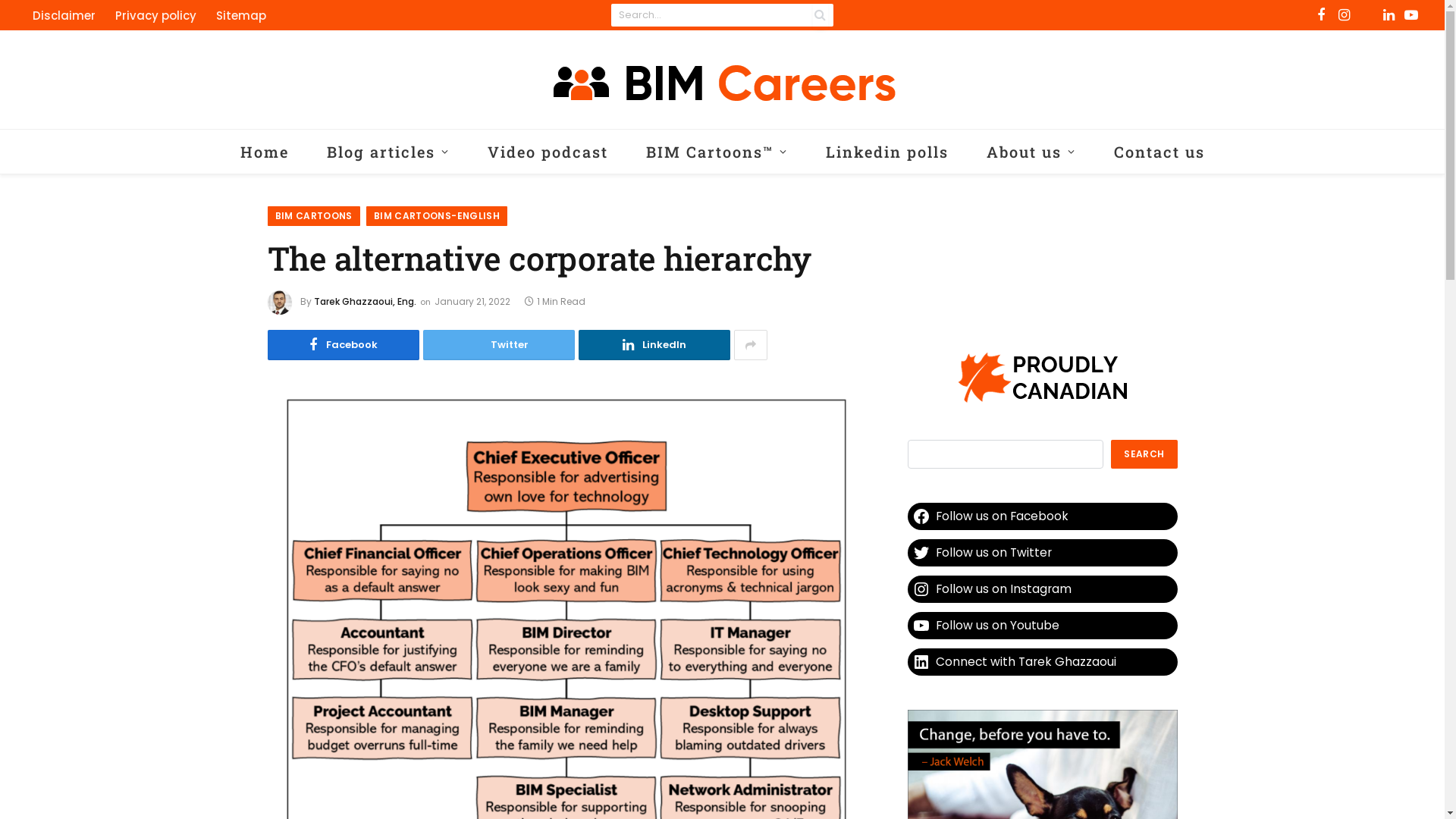 The width and height of the screenshot is (1456, 819). What do you see at coordinates (967, 152) in the screenshot?
I see `'About us'` at bounding box center [967, 152].